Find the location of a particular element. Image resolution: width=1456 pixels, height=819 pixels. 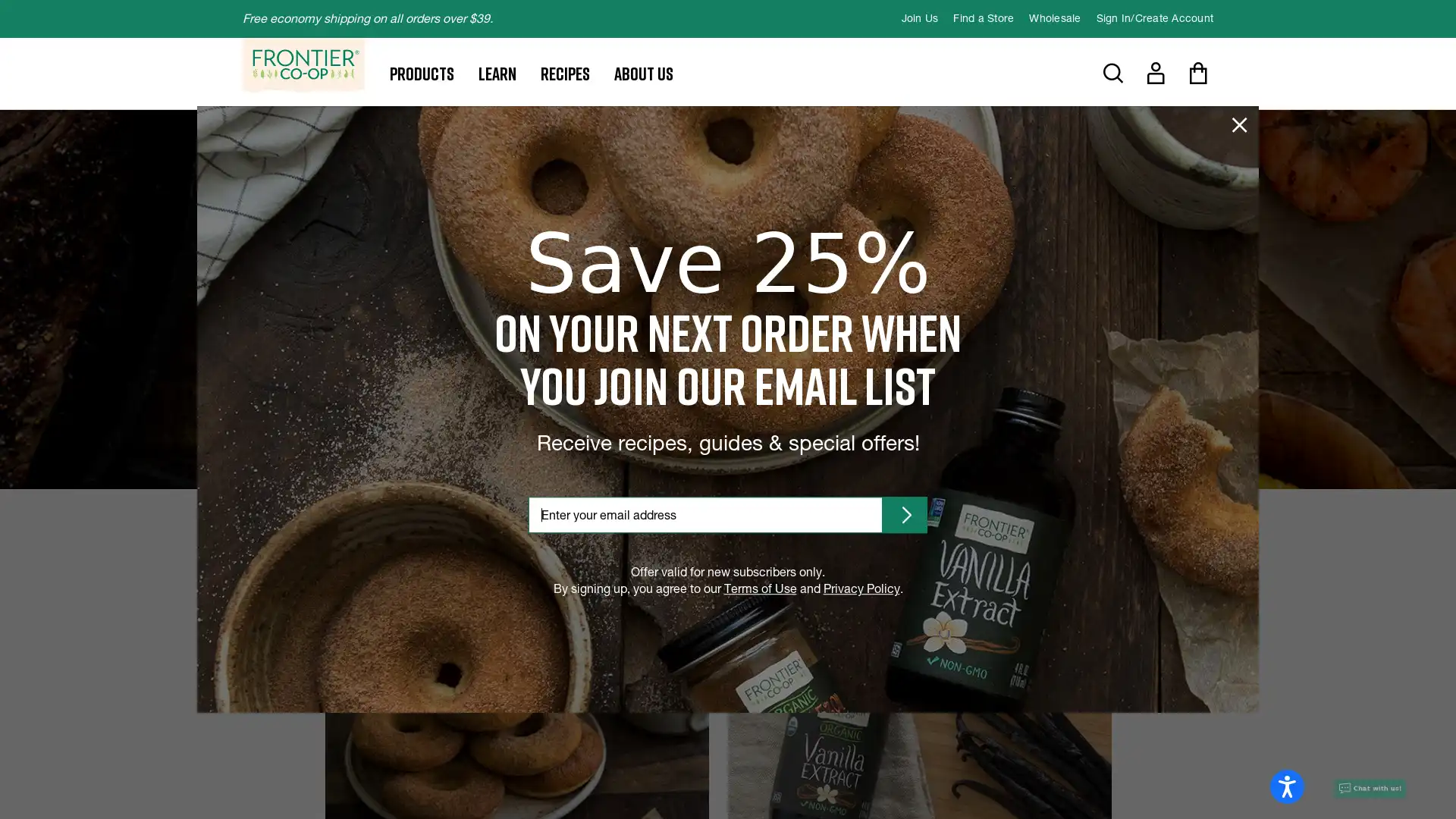

Learn is located at coordinates (497, 73).